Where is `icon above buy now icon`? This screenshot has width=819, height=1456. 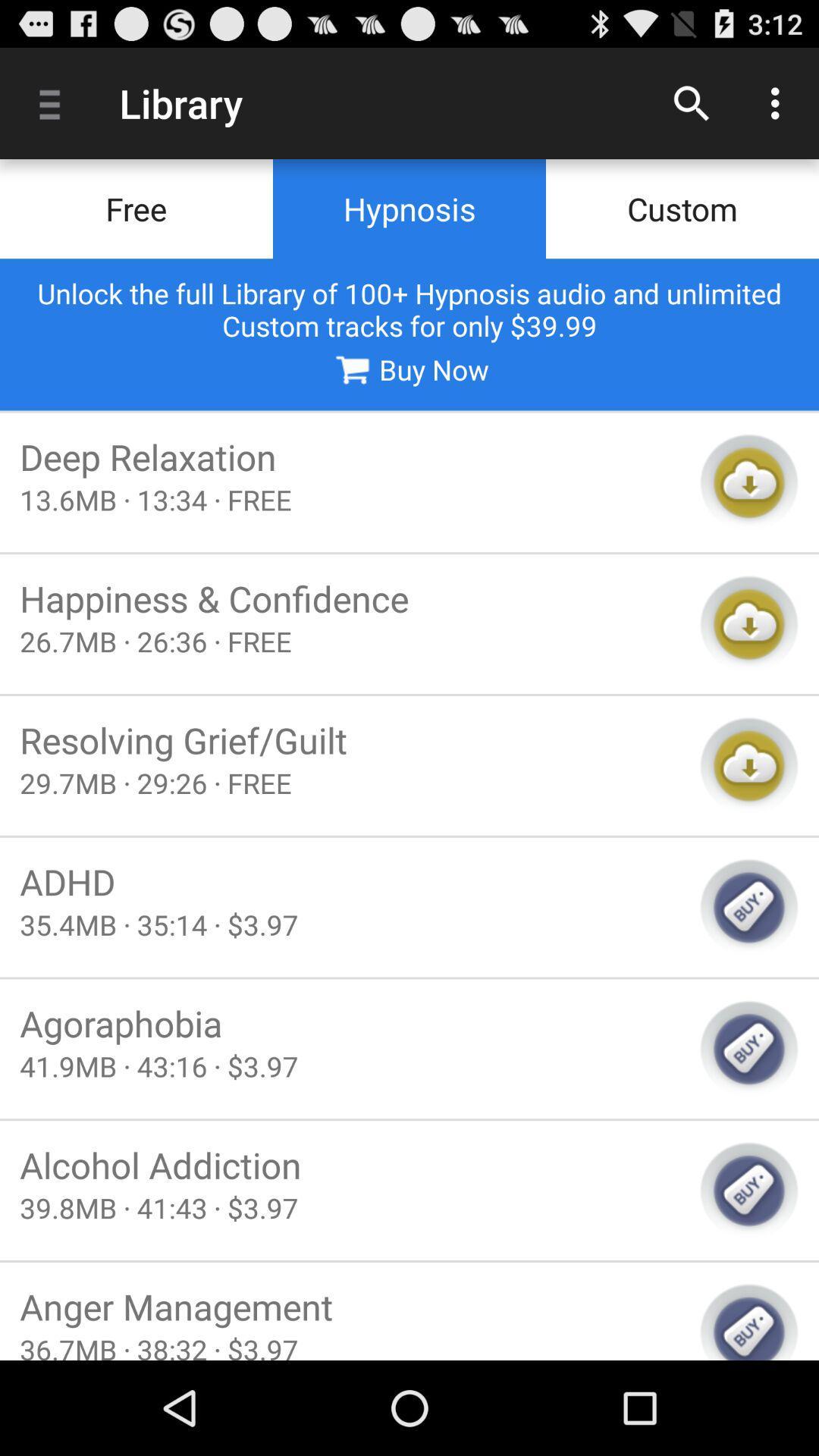
icon above buy now icon is located at coordinates (409, 309).